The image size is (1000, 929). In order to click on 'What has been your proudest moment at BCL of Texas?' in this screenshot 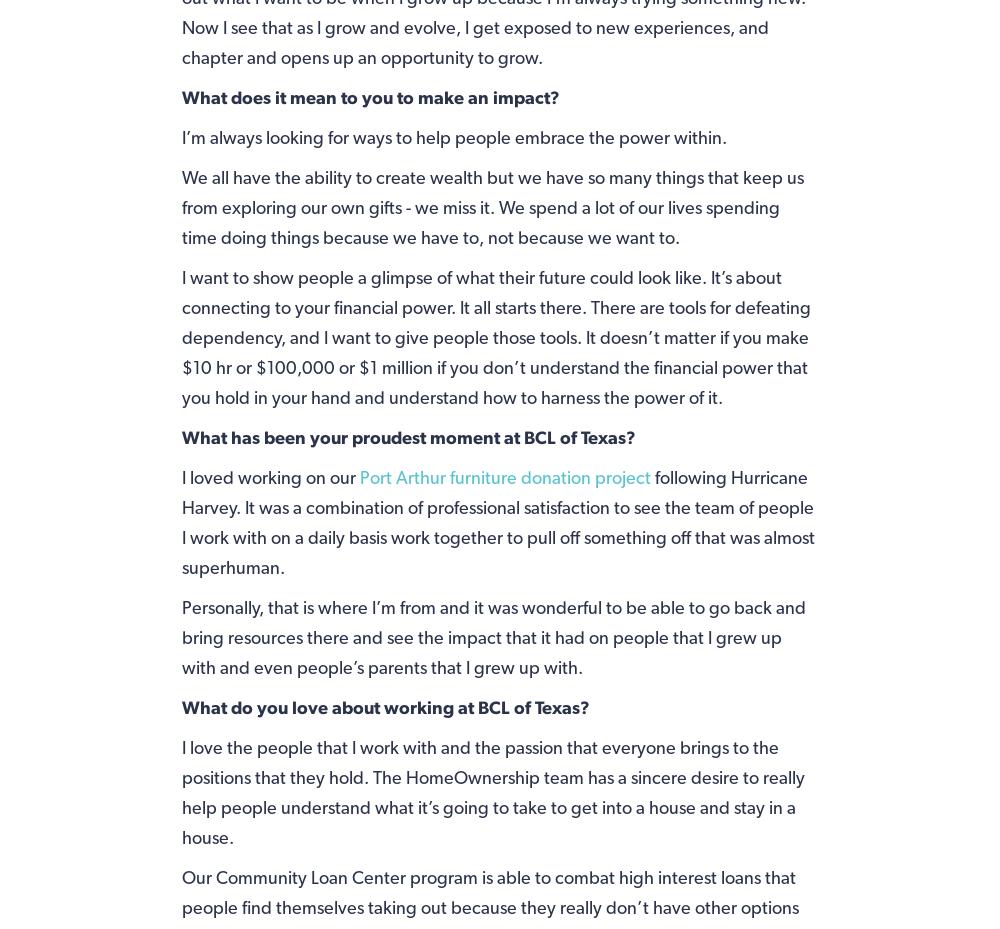, I will do `click(408, 435)`.